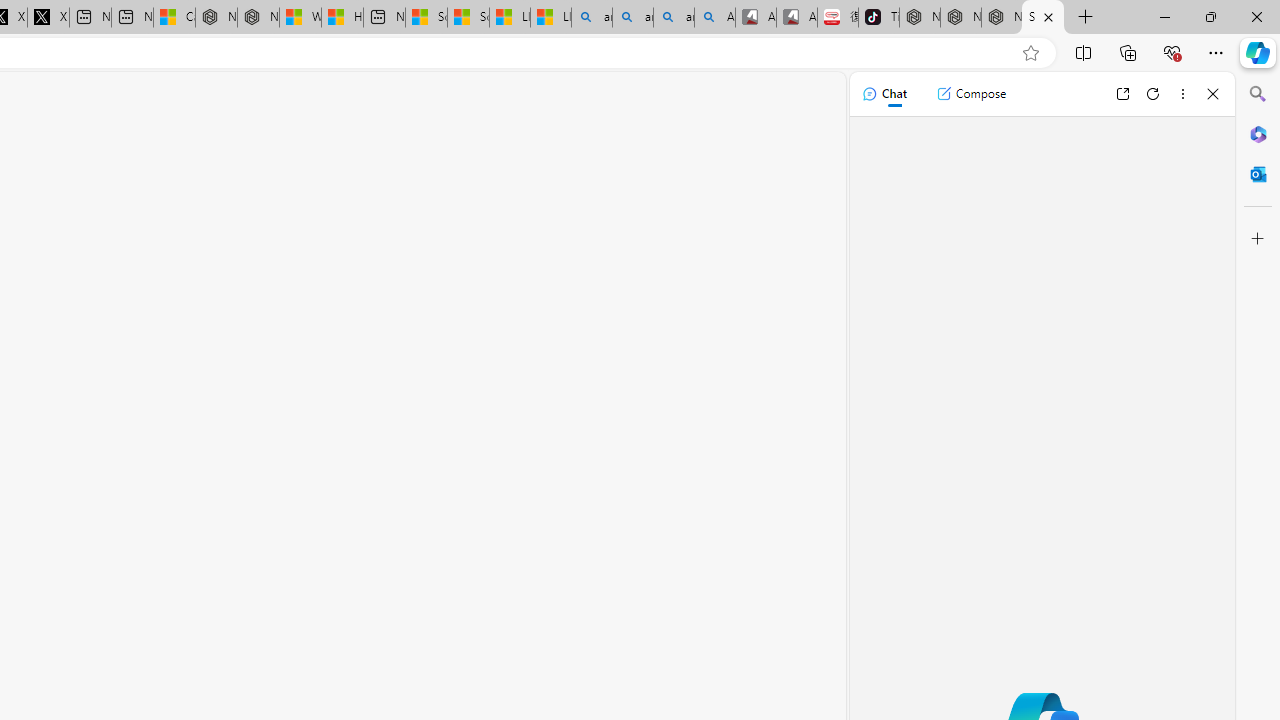 The height and width of the screenshot is (720, 1280). Describe the element at coordinates (878, 17) in the screenshot. I see `'TikTok'` at that location.